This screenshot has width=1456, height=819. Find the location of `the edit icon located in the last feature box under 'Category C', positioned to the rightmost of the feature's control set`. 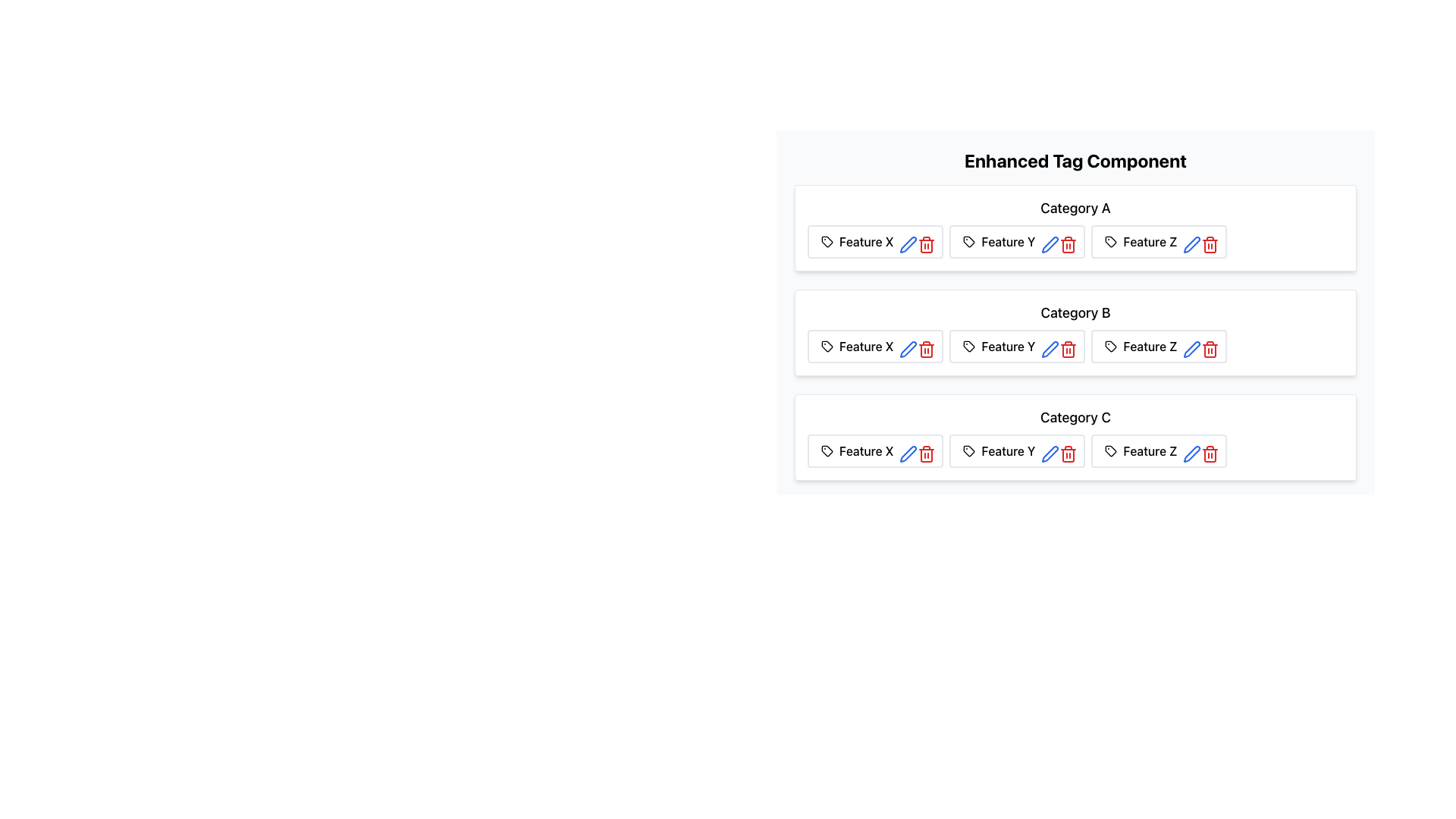

the edit icon located in the last feature box under 'Category C', positioned to the rightmost of the feature's control set is located at coordinates (1191, 244).